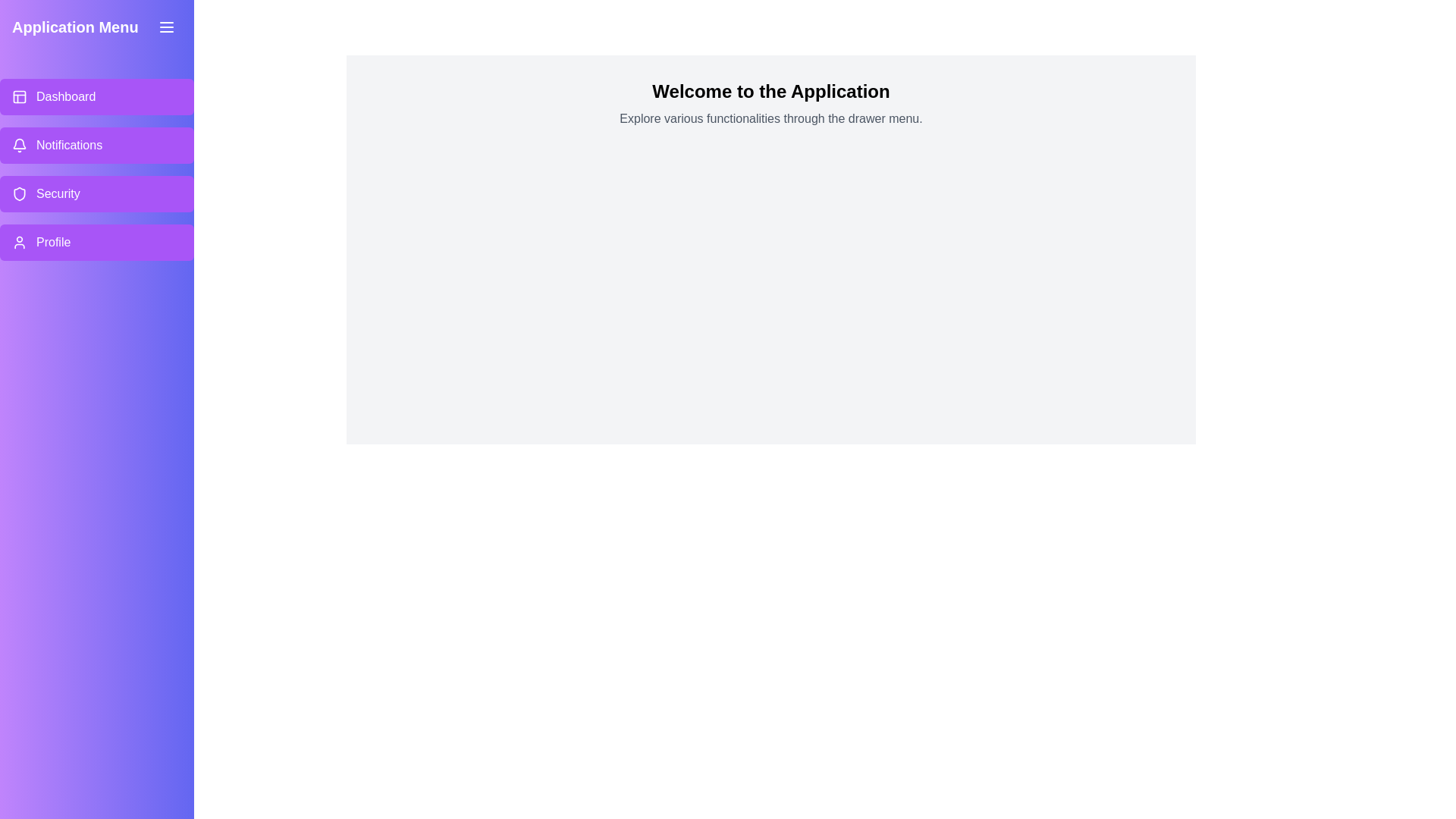 The height and width of the screenshot is (819, 1456). Describe the element at coordinates (96, 146) in the screenshot. I see `the menu item labeled Notifications` at that location.